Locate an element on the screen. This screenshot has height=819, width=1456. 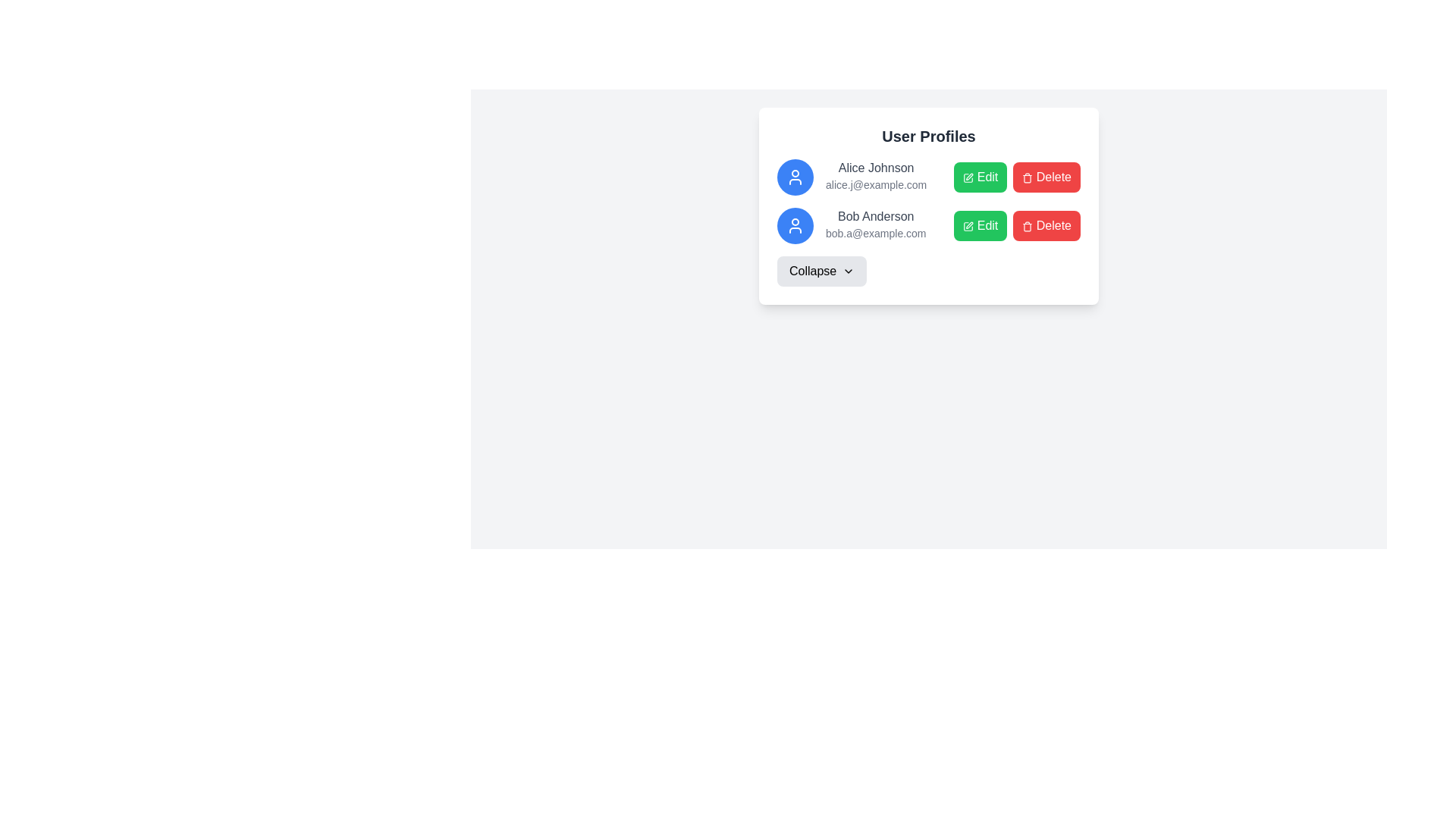
the delete button located in the second row of the user profiles section, to the immediate right of 'Bob Anderson's' Edit button, to initiate a delete action is located at coordinates (1046, 225).